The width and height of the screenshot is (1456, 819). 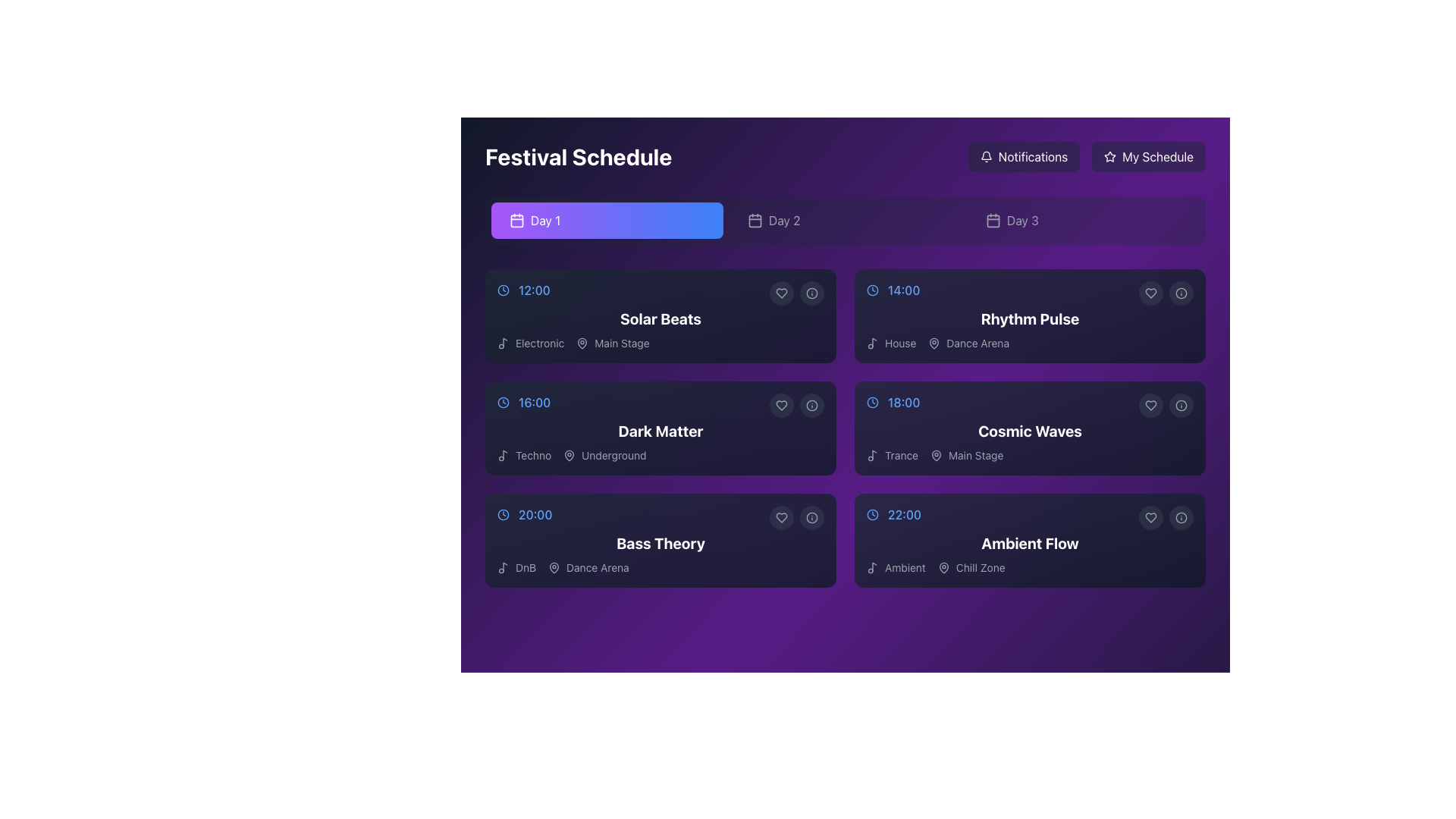 What do you see at coordinates (526, 567) in the screenshot?
I see `text label indicating the genre or type of performance located at the bottom left of the 'Bass Theory' schedule item box` at bounding box center [526, 567].